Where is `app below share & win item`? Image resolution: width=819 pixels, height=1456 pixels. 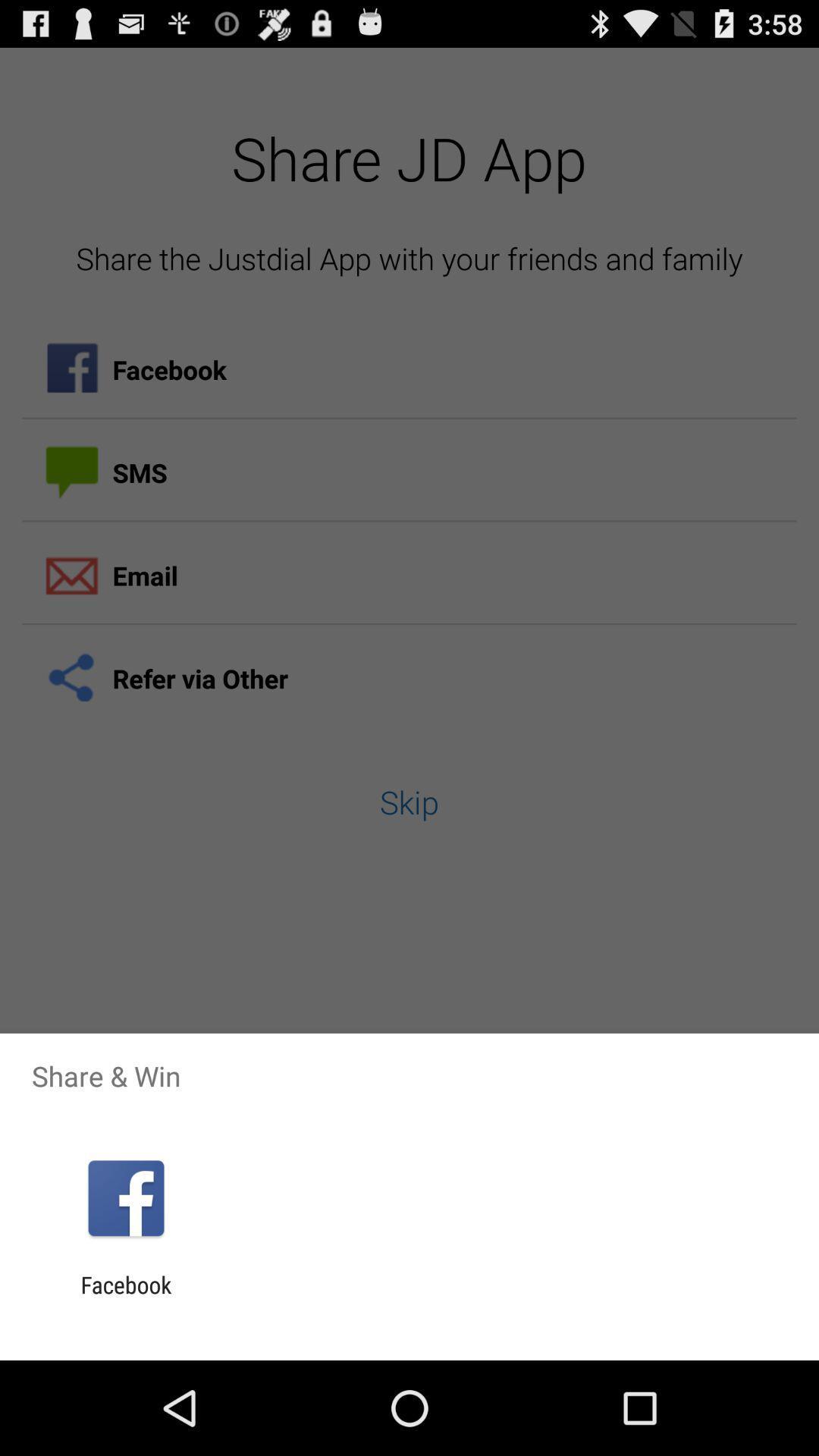 app below share & win item is located at coordinates (125, 1197).